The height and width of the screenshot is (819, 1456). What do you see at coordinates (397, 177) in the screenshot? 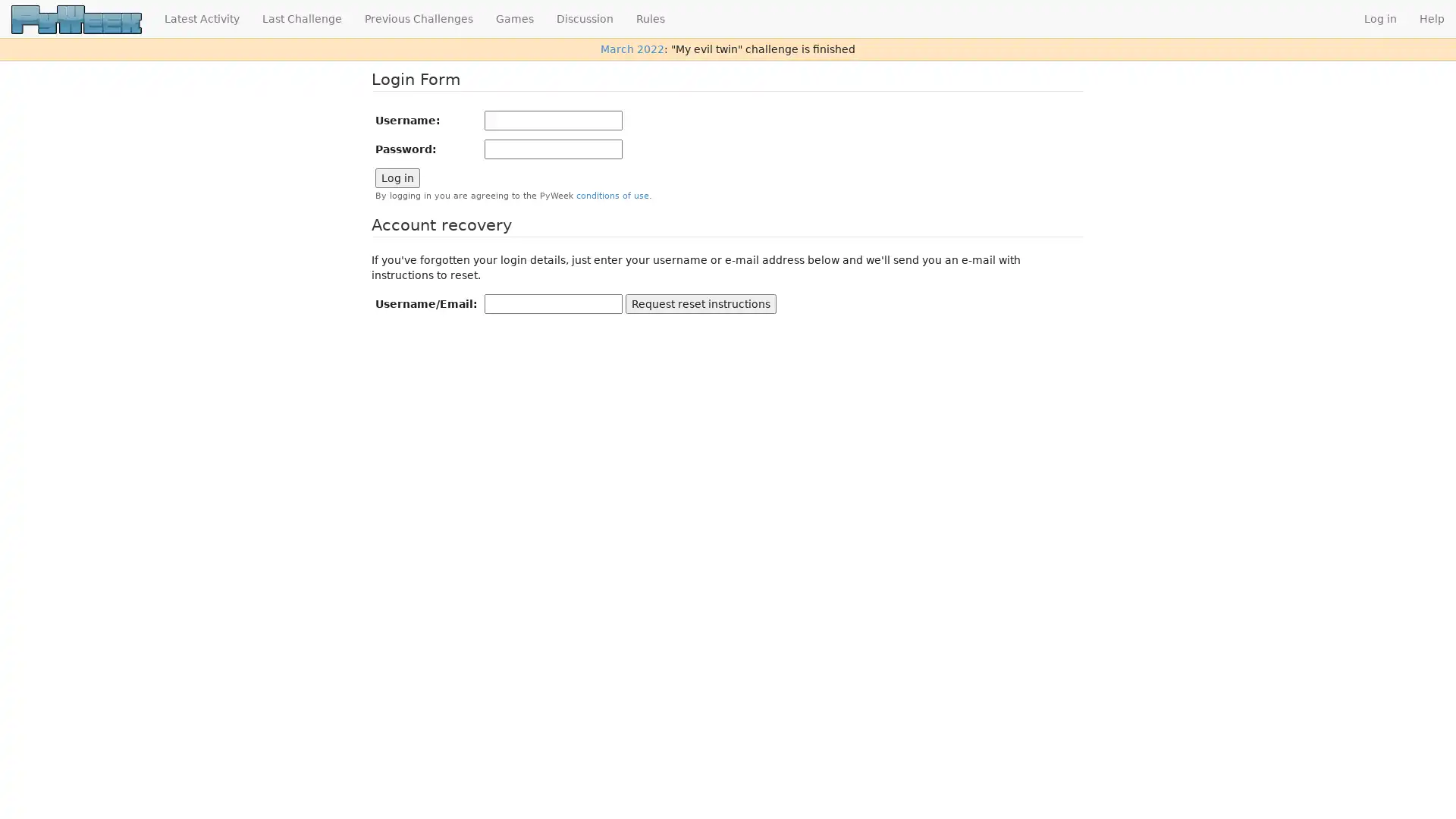
I see `Log in` at bounding box center [397, 177].